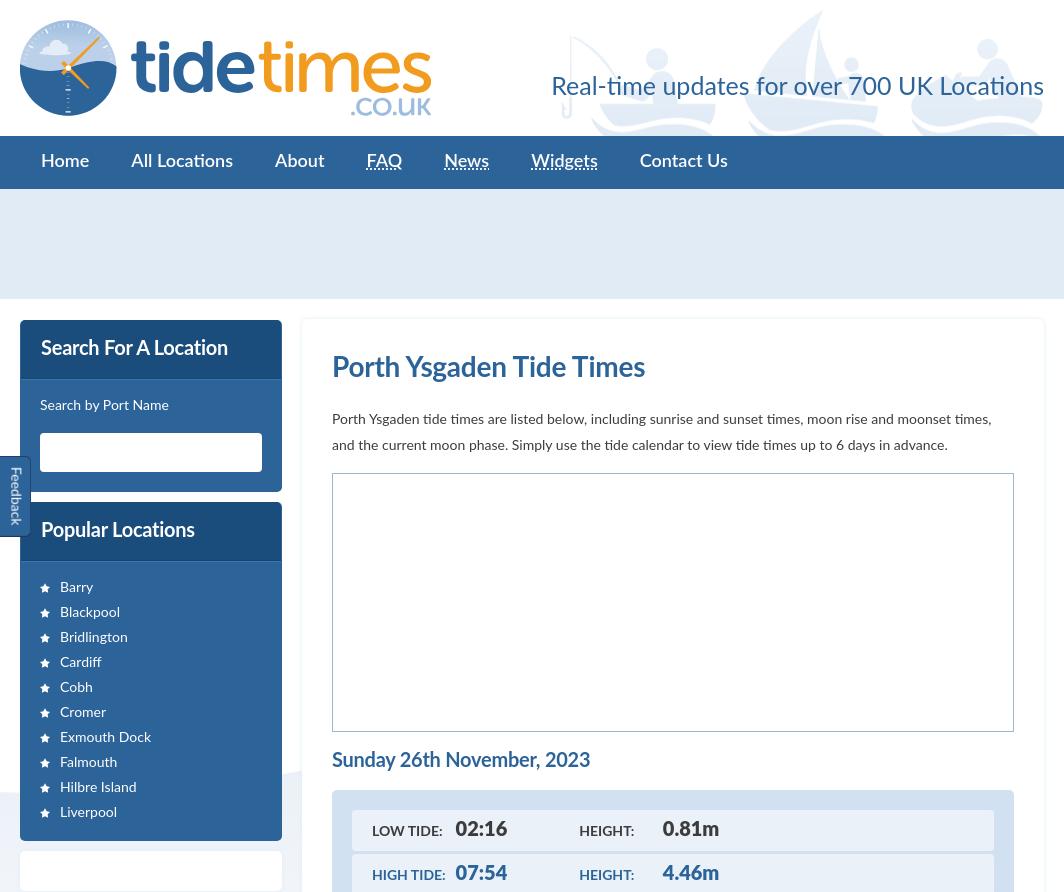 The width and height of the screenshot is (1064, 892). I want to click on '07:54', so click(481, 872).